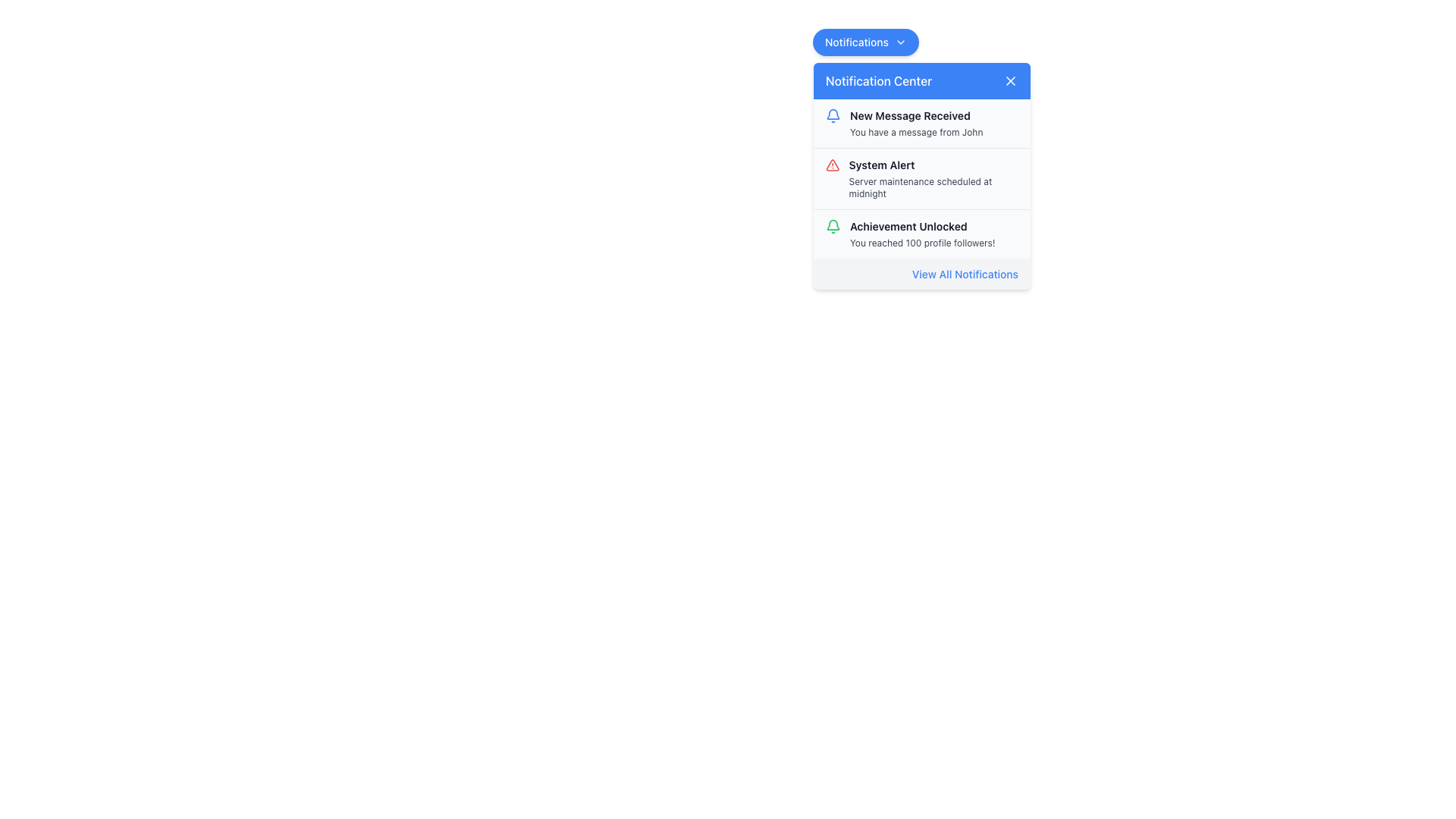 The image size is (1456, 819). What do you see at coordinates (1011, 81) in the screenshot?
I see `the cross-shaped icon in the title bar of the notification panel` at bounding box center [1011, 81].